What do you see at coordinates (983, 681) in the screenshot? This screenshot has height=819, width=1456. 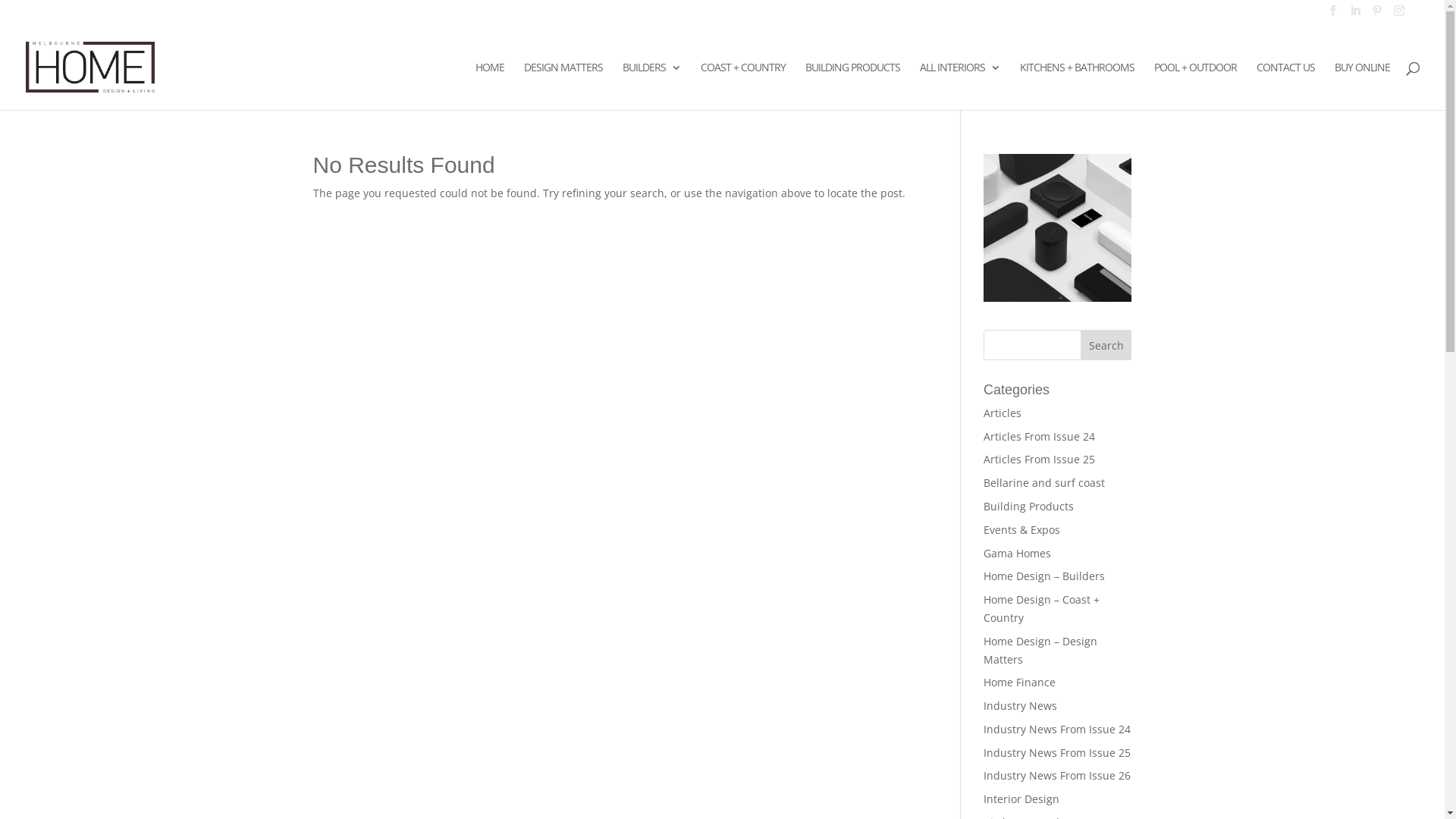 I see `'Home Finance'` at bounding box center [983, 681].